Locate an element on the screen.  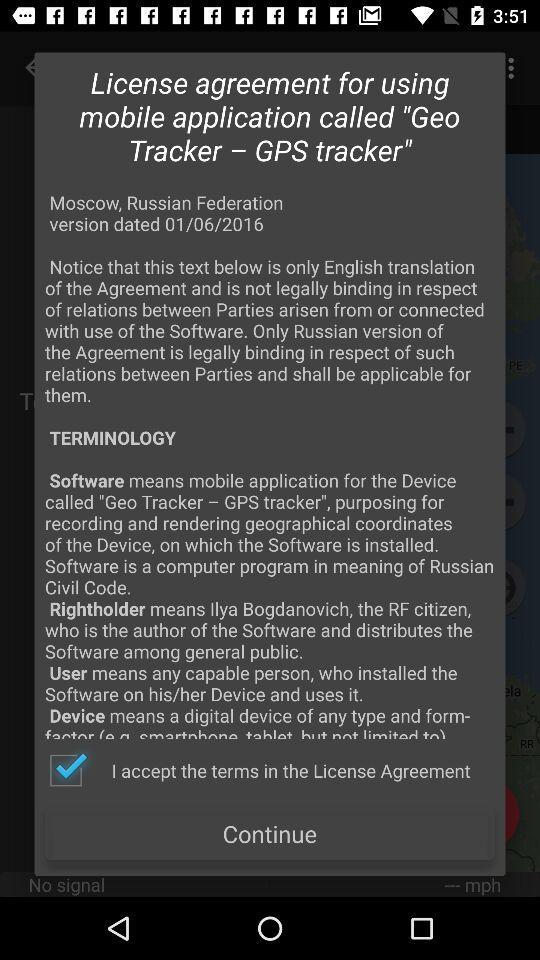
moscow russian federation app is located at coordinates (270, 464).